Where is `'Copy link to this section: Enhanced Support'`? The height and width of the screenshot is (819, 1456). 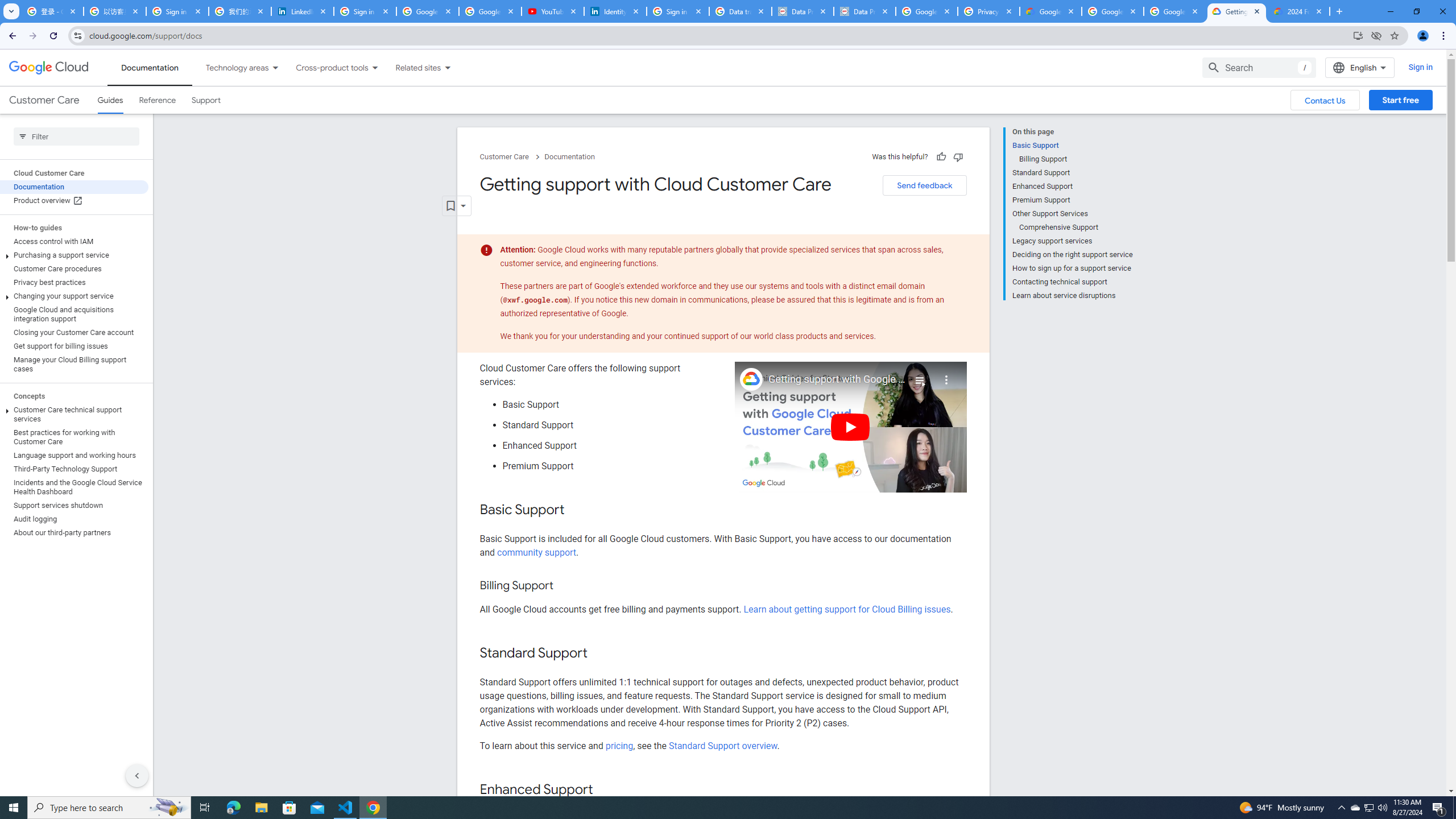 'Copy link to this section: Enhanced Support' is located at coordinates (603, 790).